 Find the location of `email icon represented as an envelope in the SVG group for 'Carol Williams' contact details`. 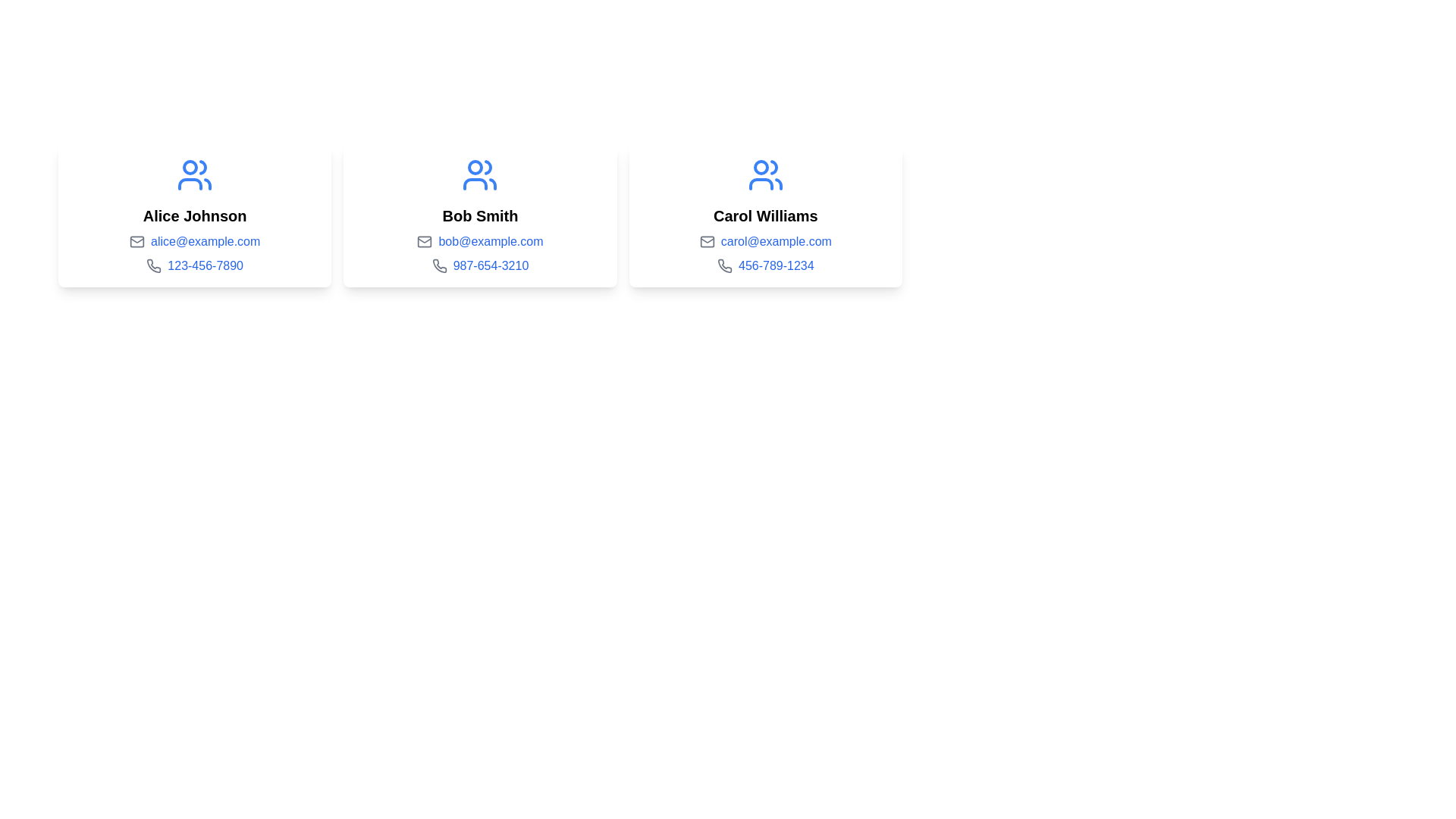

email icon represented as an envelope in the SVG group for 'Carol Williams' contact details is located at coordinates (706, 241).